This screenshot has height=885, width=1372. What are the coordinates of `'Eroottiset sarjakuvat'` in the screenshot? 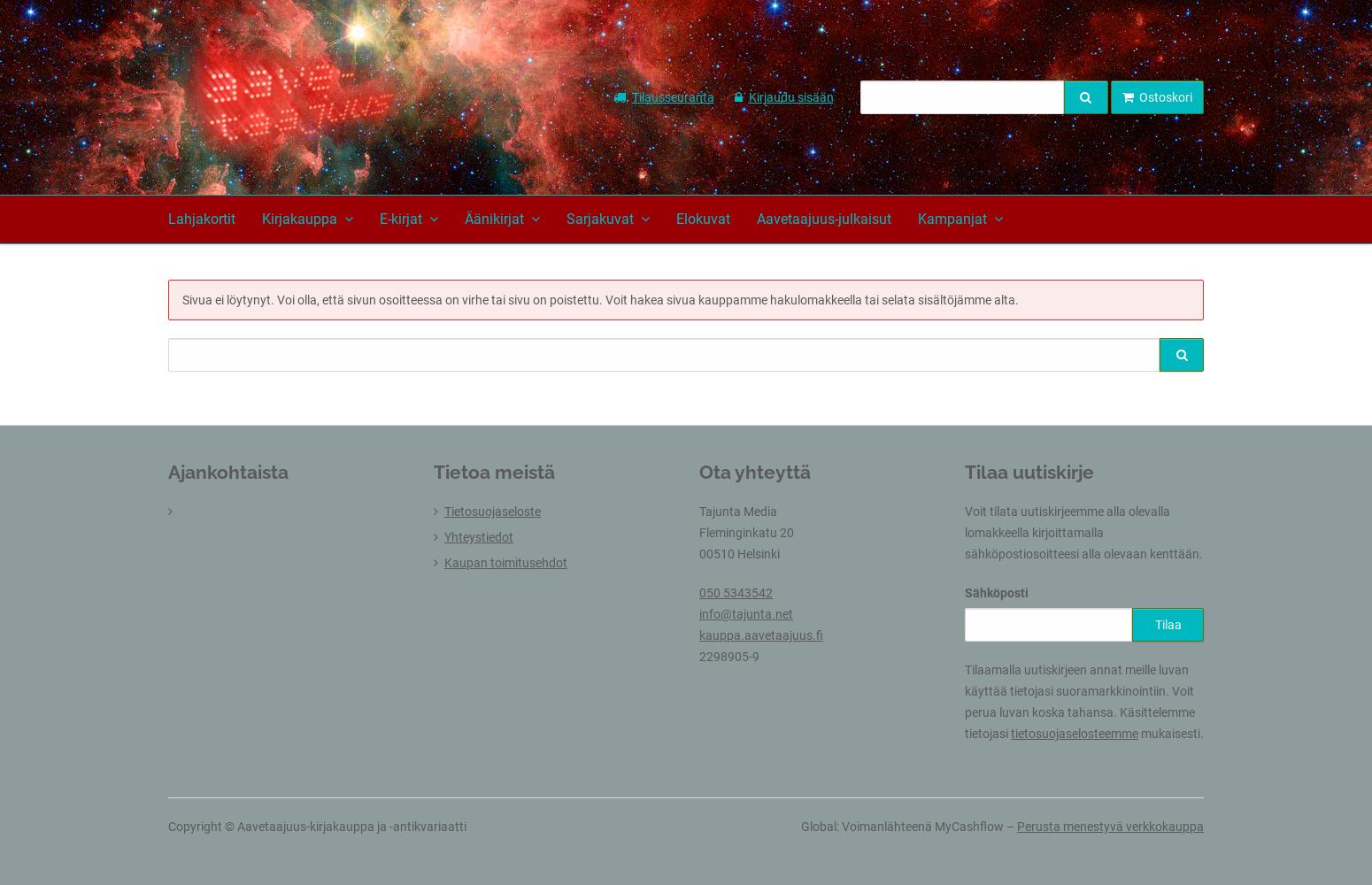 It's located at (566, 656).